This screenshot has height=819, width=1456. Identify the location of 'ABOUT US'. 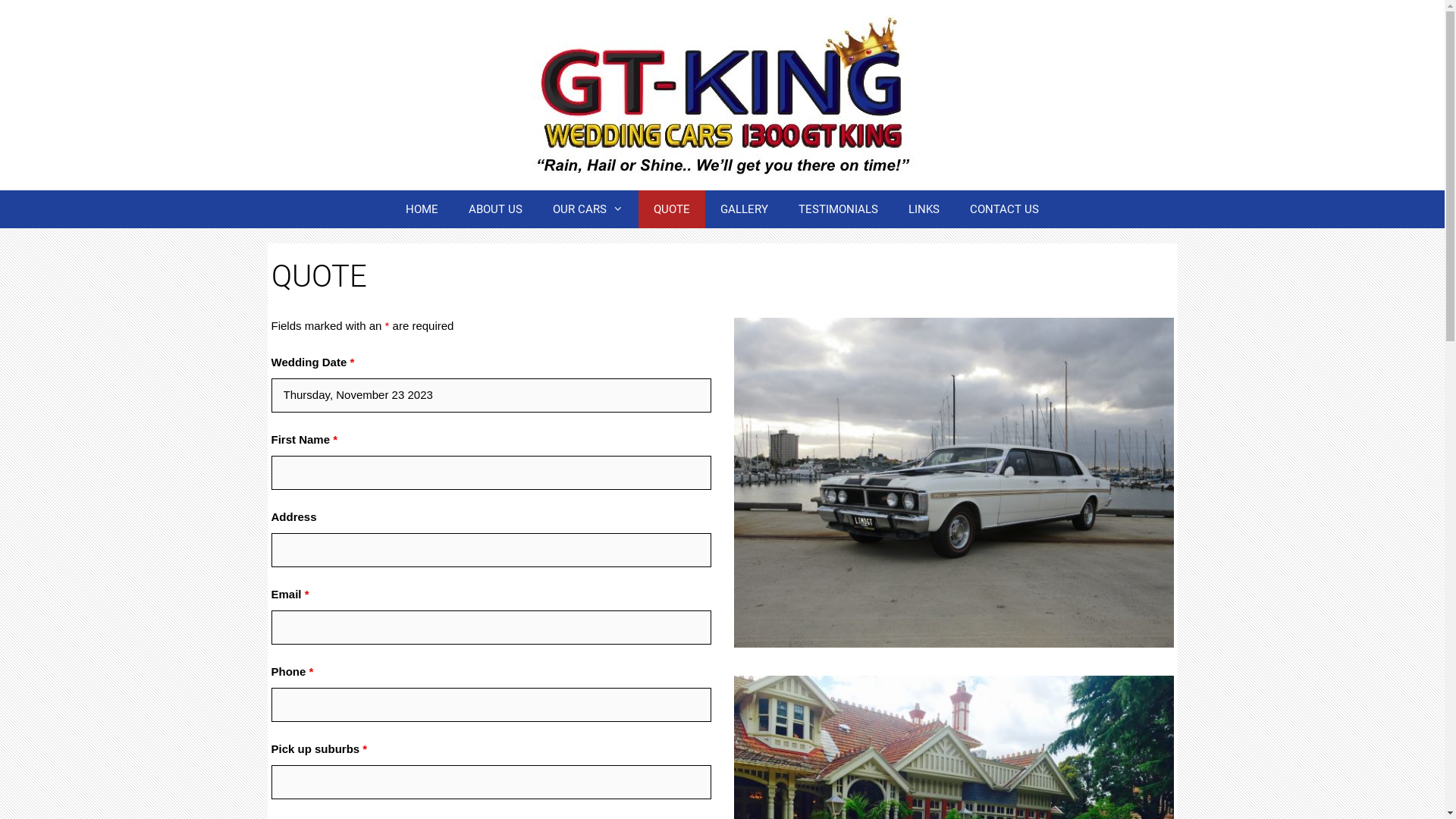
(495, 209).